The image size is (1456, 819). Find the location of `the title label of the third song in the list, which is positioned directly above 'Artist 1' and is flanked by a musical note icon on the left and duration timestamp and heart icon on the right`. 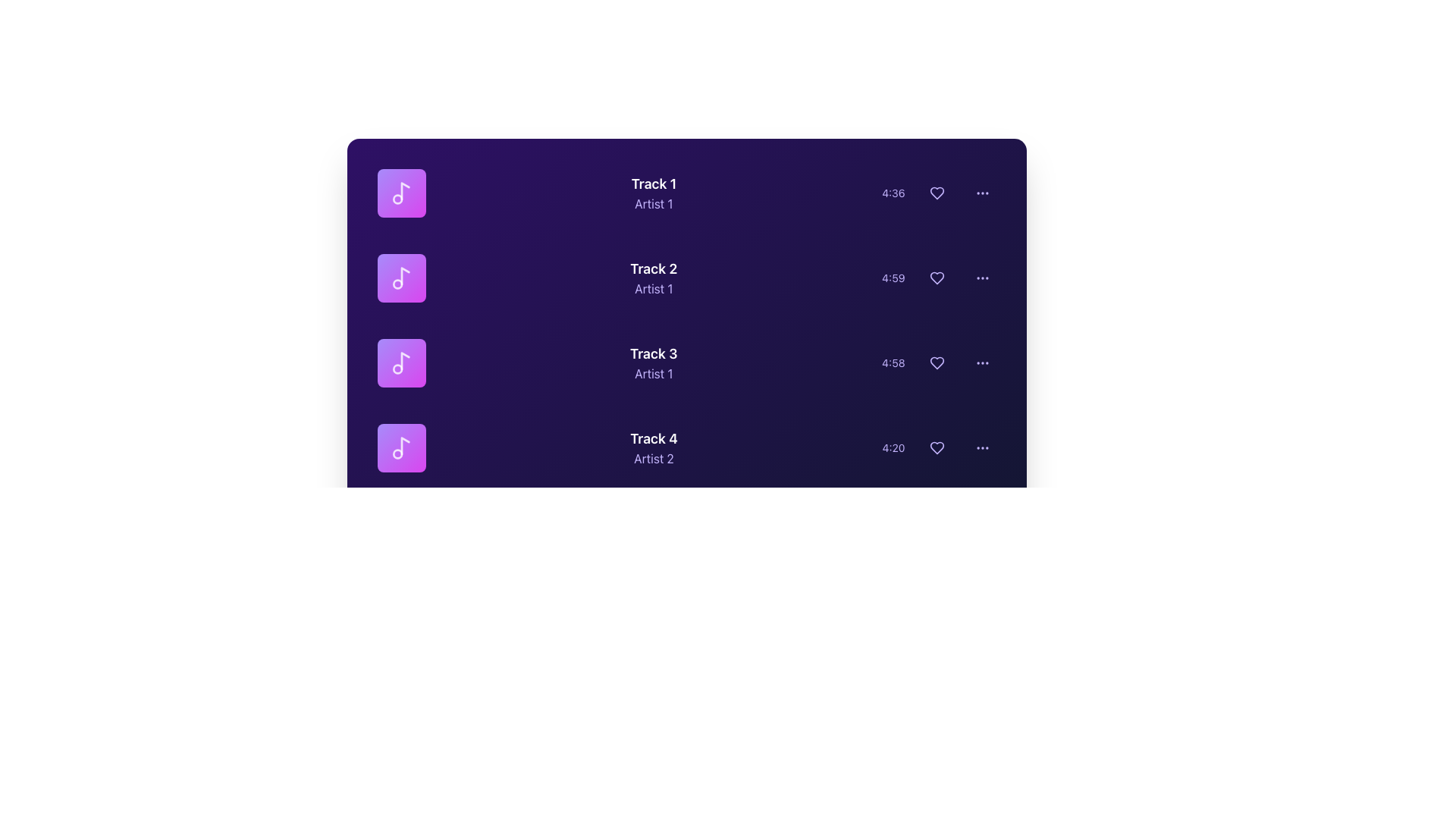

the title label of the third song in the list, which is positioned directly above 'Artist 1' and is flanked by a musical note icon on the left and duration timestamp and heart icon on the right is located at coordinates (654, 353).